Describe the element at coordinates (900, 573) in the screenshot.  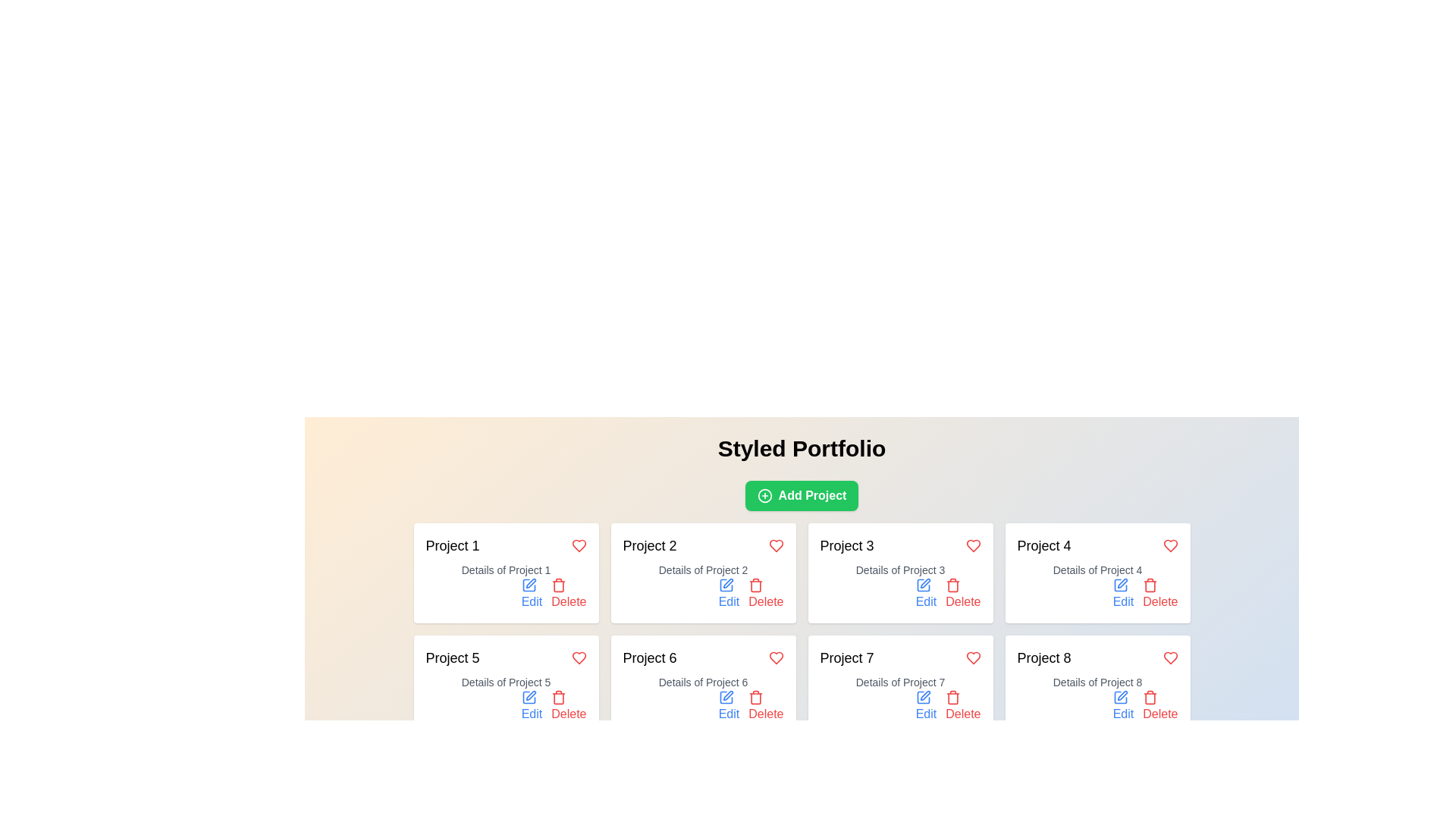
I see `the project card located in the top row, third column of the grid layout` at that location.